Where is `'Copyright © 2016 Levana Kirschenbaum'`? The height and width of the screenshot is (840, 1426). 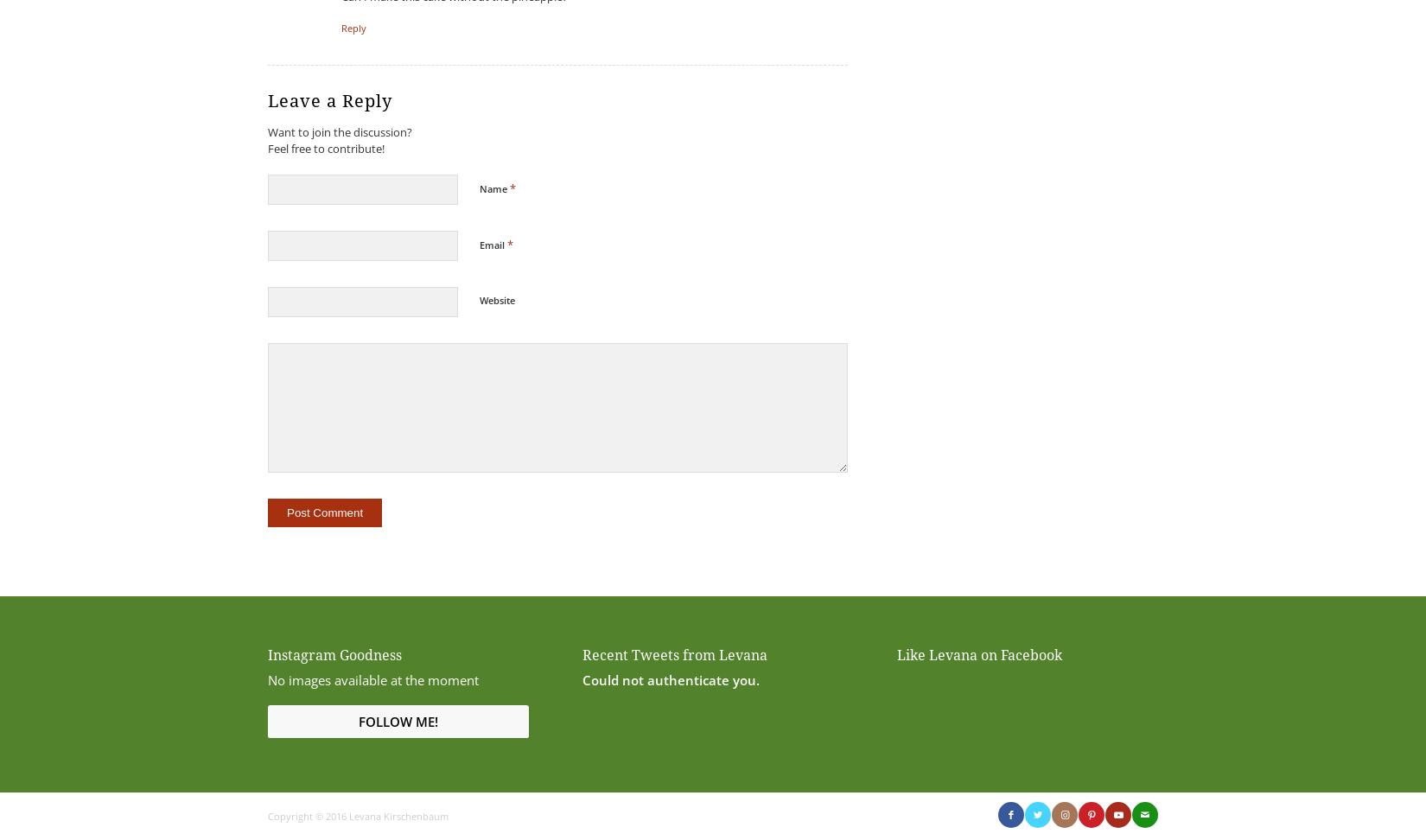
'Copyright © 2016 Levana Kirschenbaum' is located at coordinates (268, 814).